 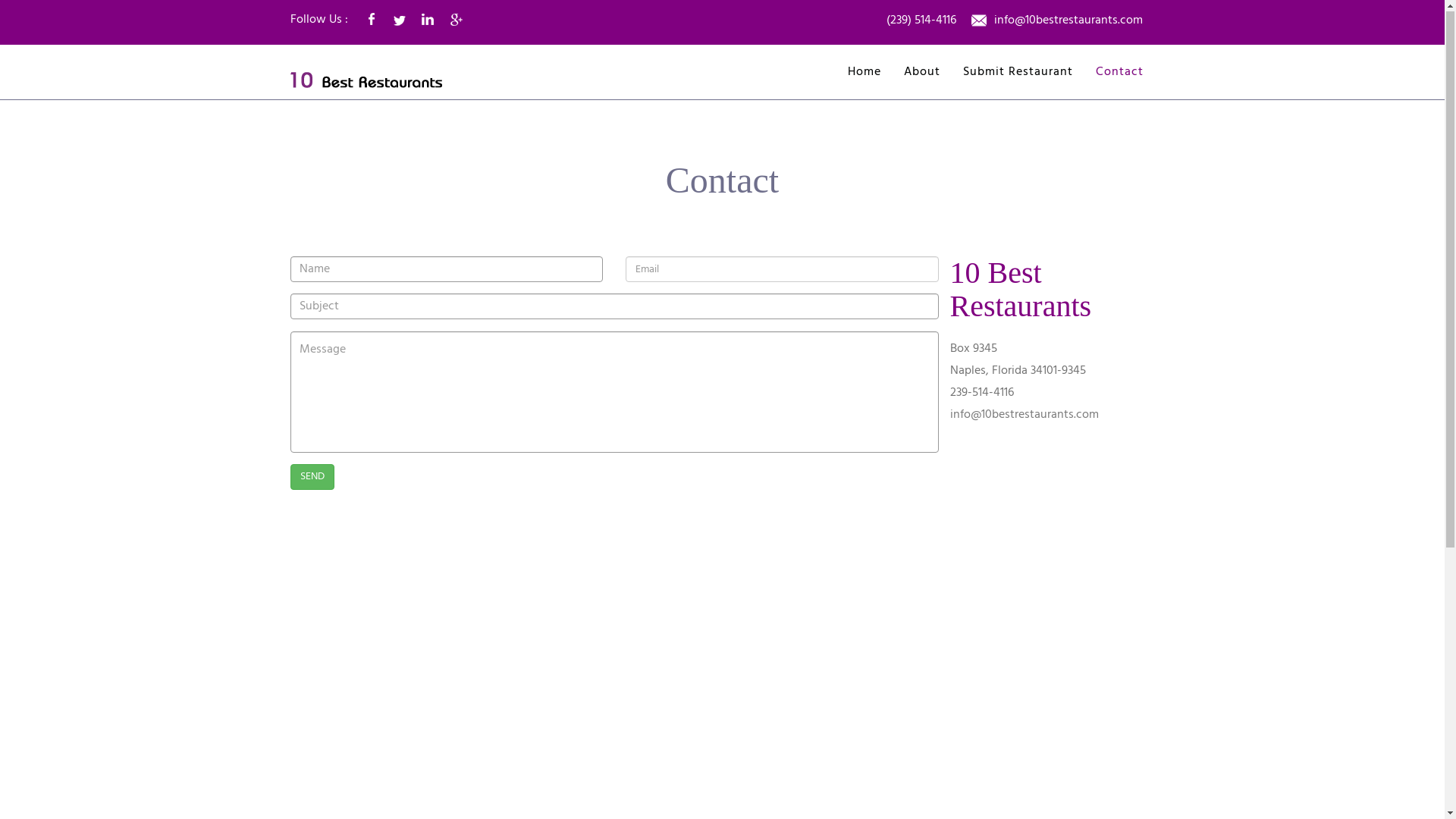 I want to click on 'Contact', so click(x=1119, y=73).